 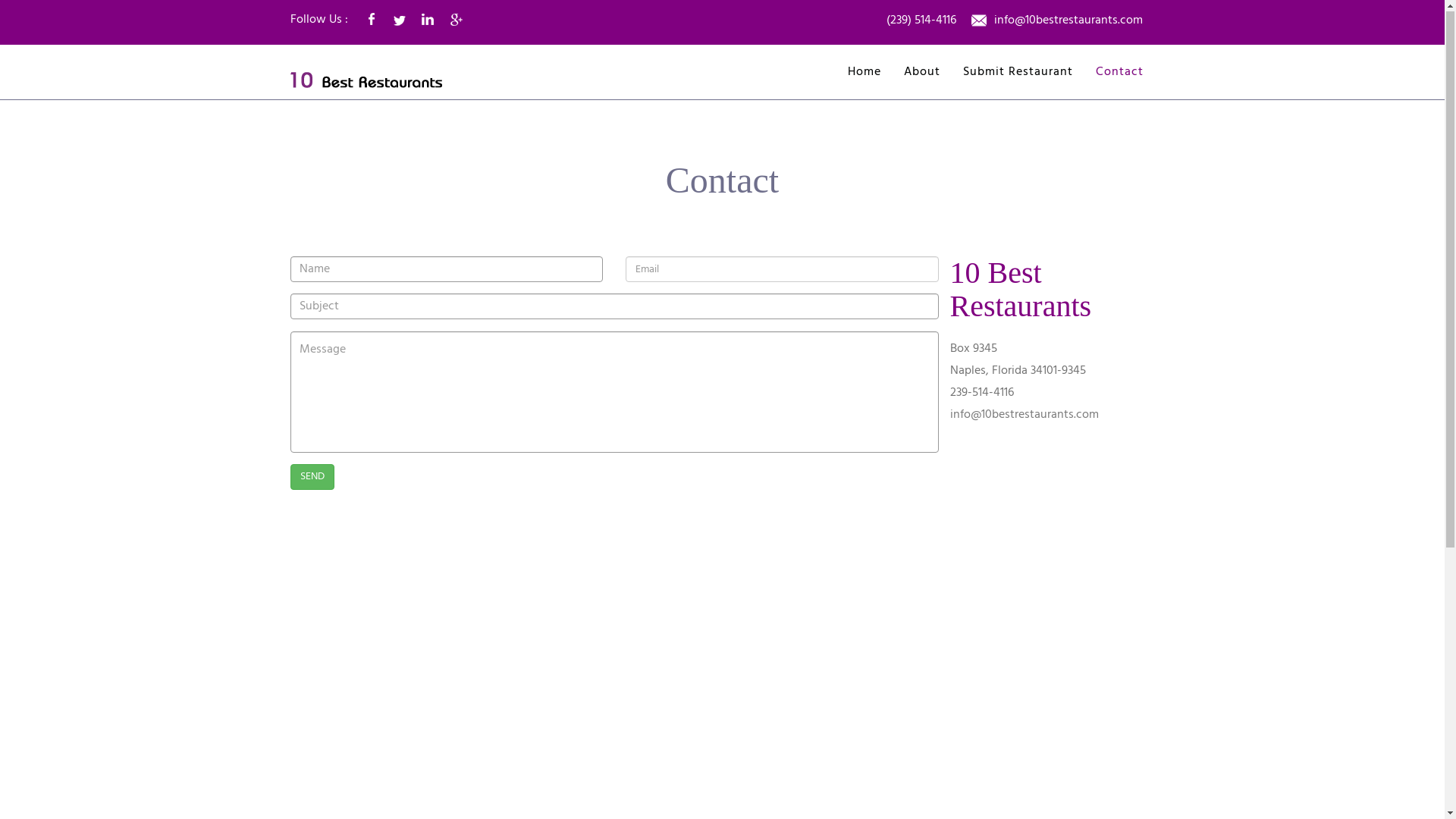 I want to click on 'Contact', so click(x=1119, y=73).